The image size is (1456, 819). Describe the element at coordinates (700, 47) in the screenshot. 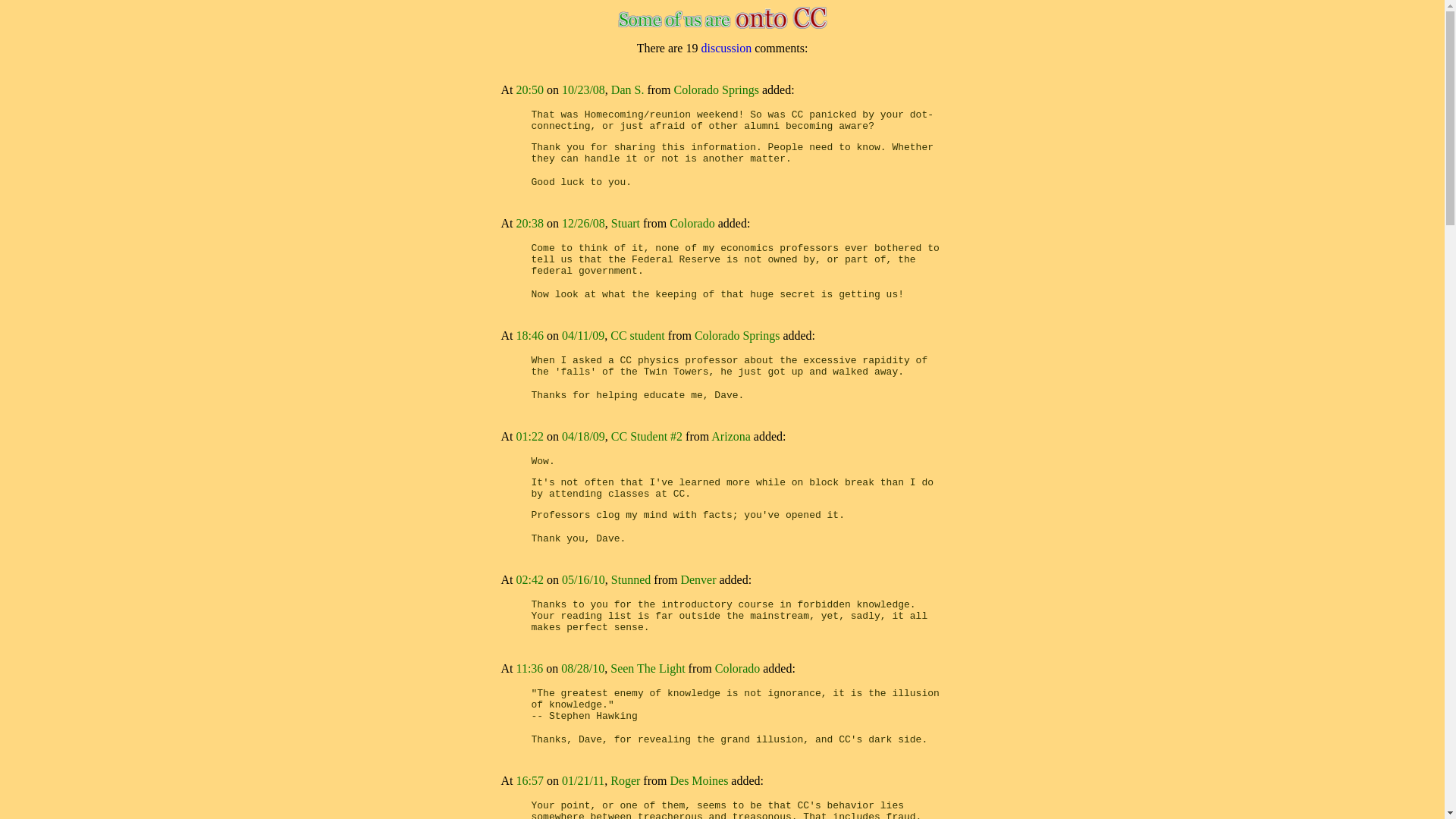

I see `'discussion'` at that location.